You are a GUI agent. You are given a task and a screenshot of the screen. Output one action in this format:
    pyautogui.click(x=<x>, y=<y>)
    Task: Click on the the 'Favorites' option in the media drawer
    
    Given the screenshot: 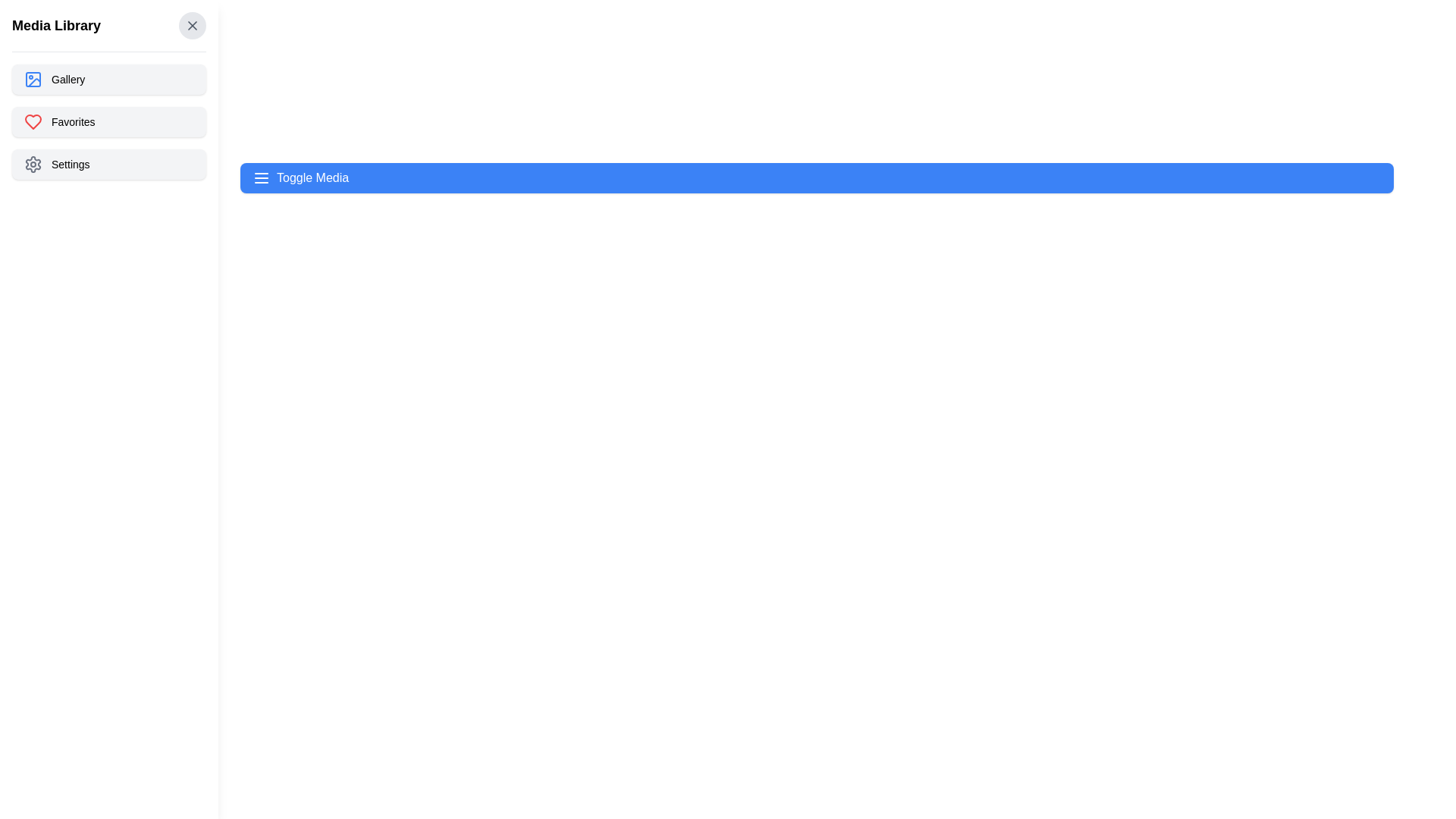 What is the action you would take?
    pyautogui.click(x=108, y=121)
    